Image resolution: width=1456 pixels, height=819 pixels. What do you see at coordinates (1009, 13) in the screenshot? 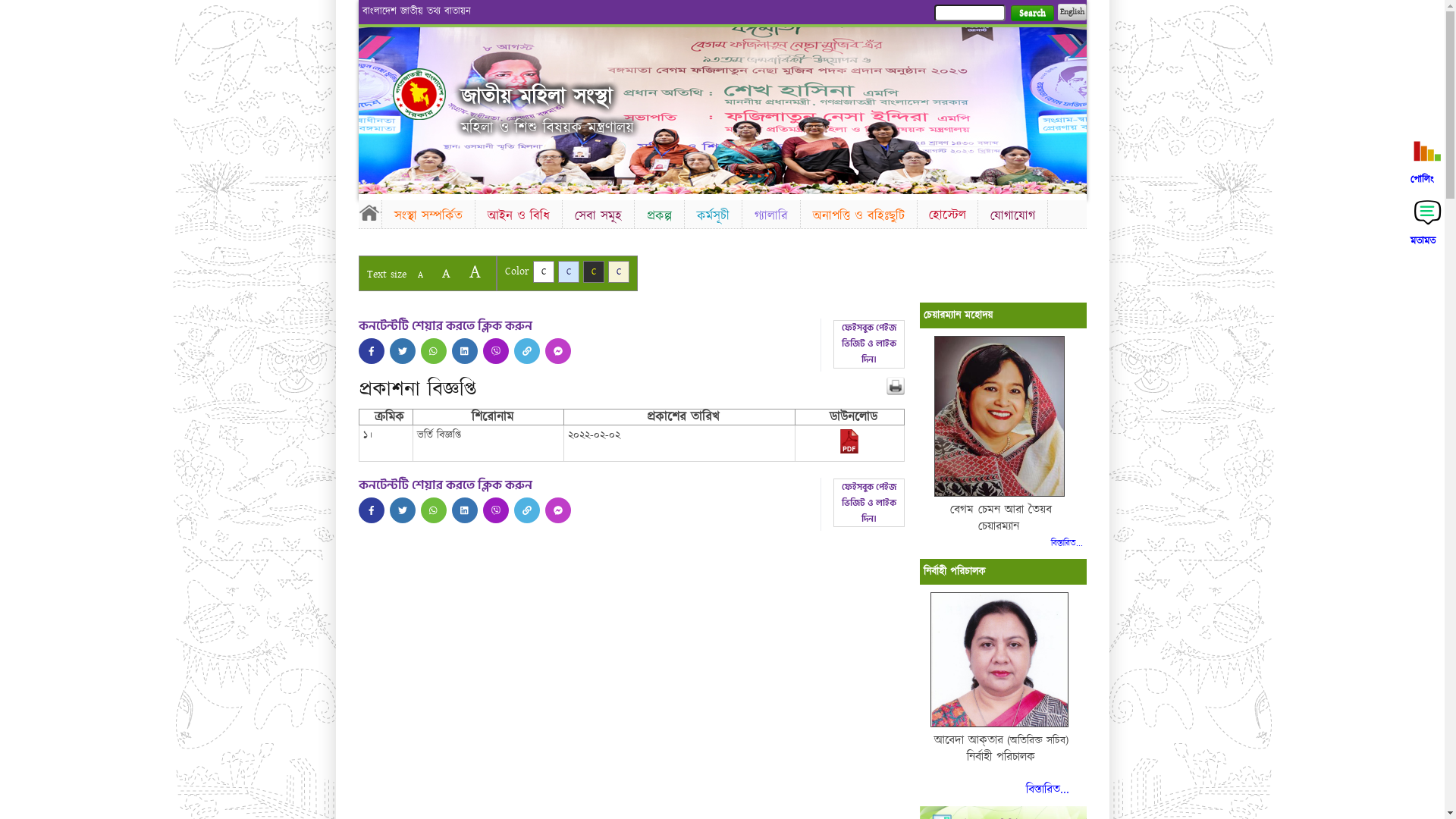
I see `'Search'` at bounding box center [1009, 13].